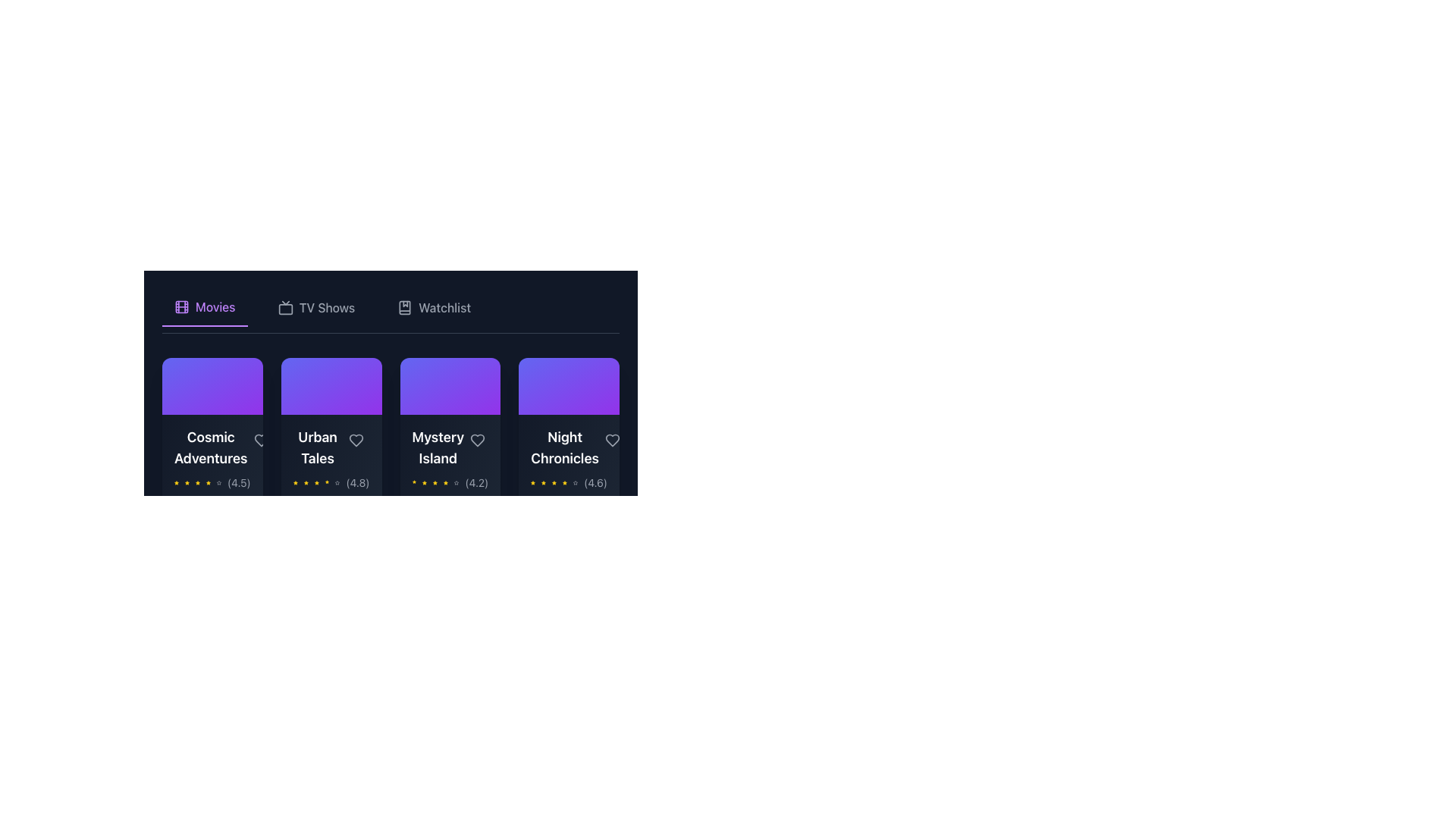 Image resolution: width=1456 pixels, height=819 pixels. Describe the element at coordinates (204, 307) in the screenshot. I see `the active navigation menu item 'Movies' with the purple text and film roll icon` at that location.